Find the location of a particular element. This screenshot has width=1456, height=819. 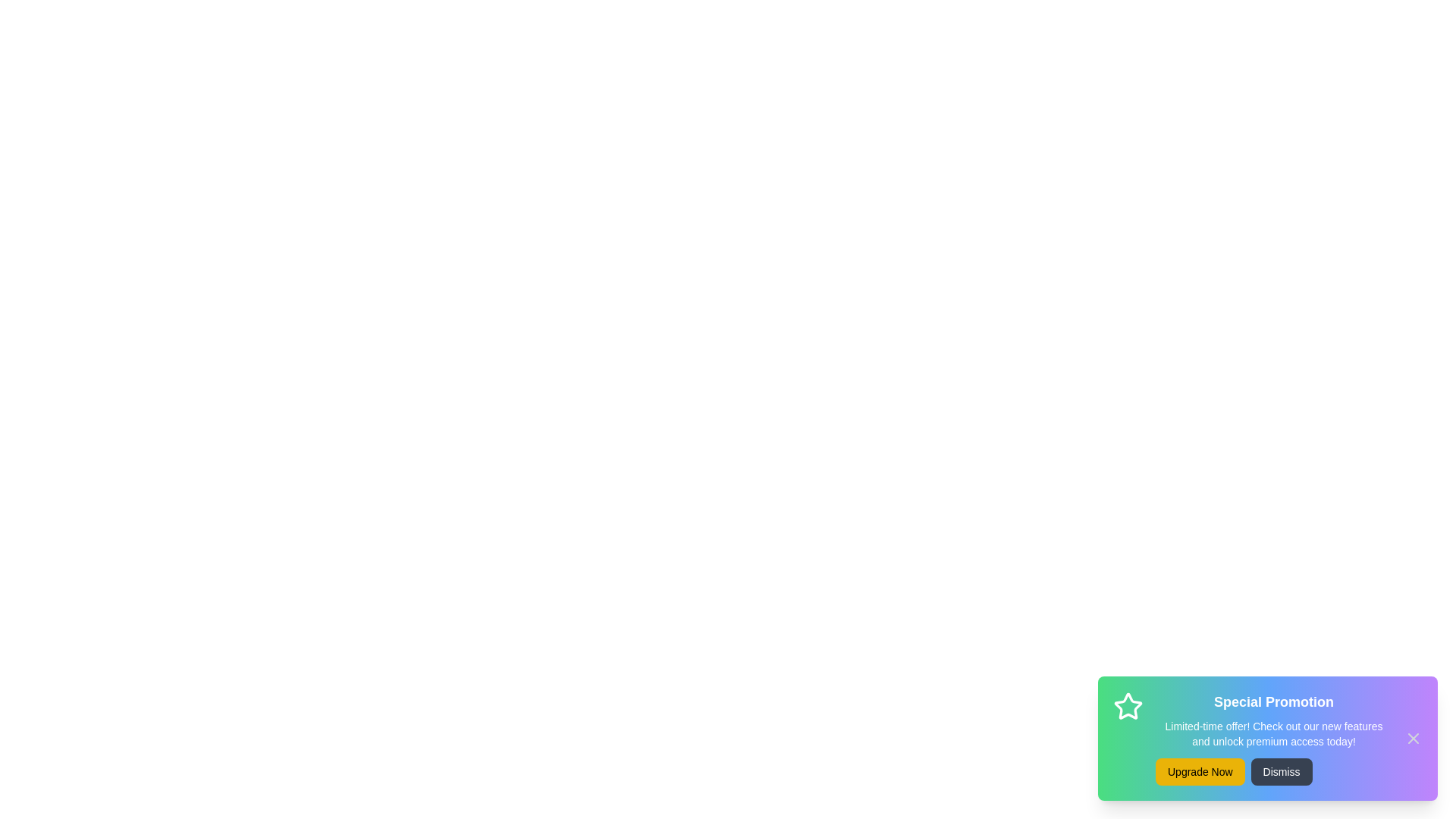

'Close' icon button to close the snackbar is located at coordinates (1412, 738).